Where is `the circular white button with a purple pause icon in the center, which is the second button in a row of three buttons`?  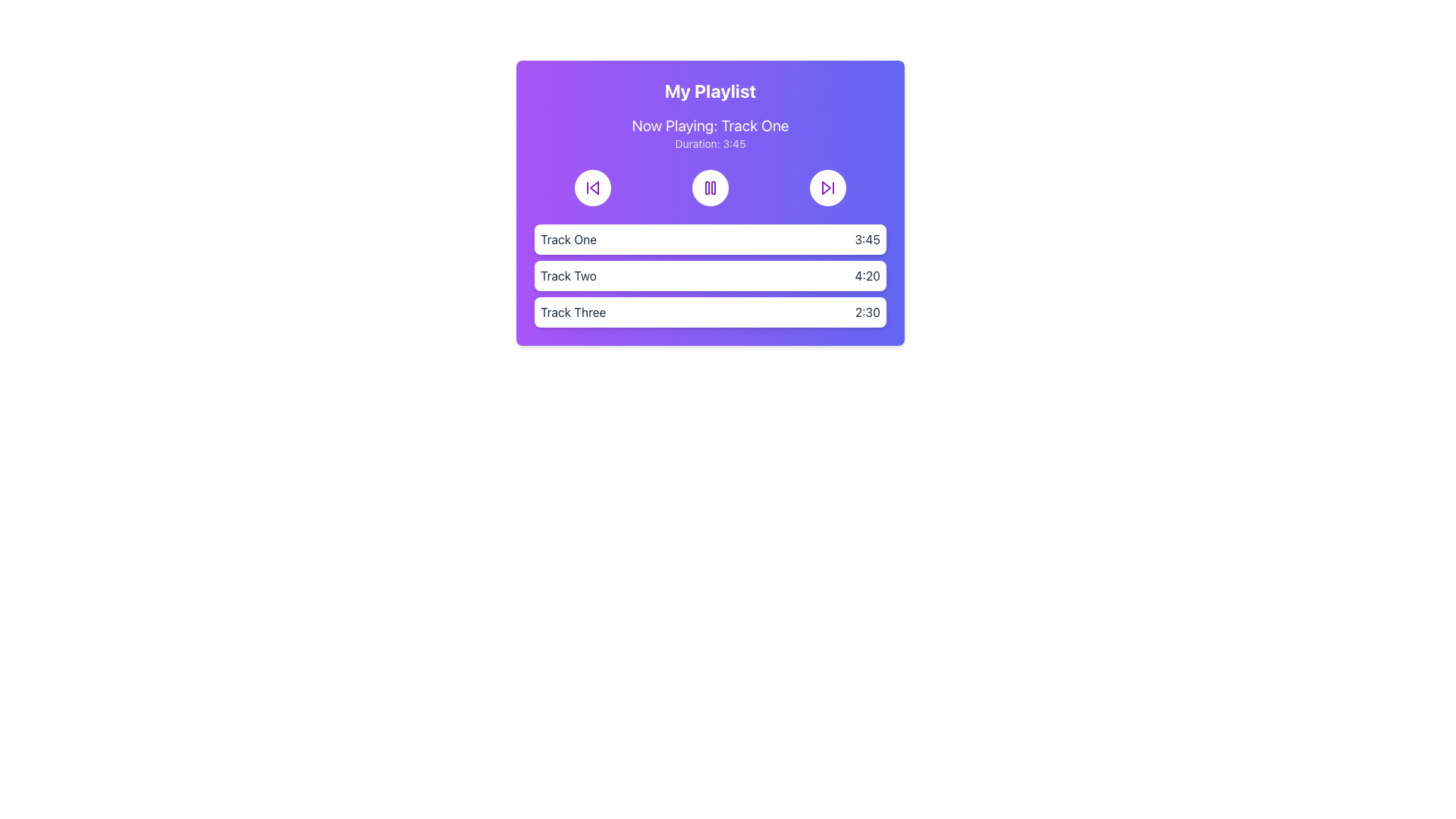
the circular white button with a purple pause icon in the center, which is the second button in a row of three buttons is located at coordinates (709, 187).